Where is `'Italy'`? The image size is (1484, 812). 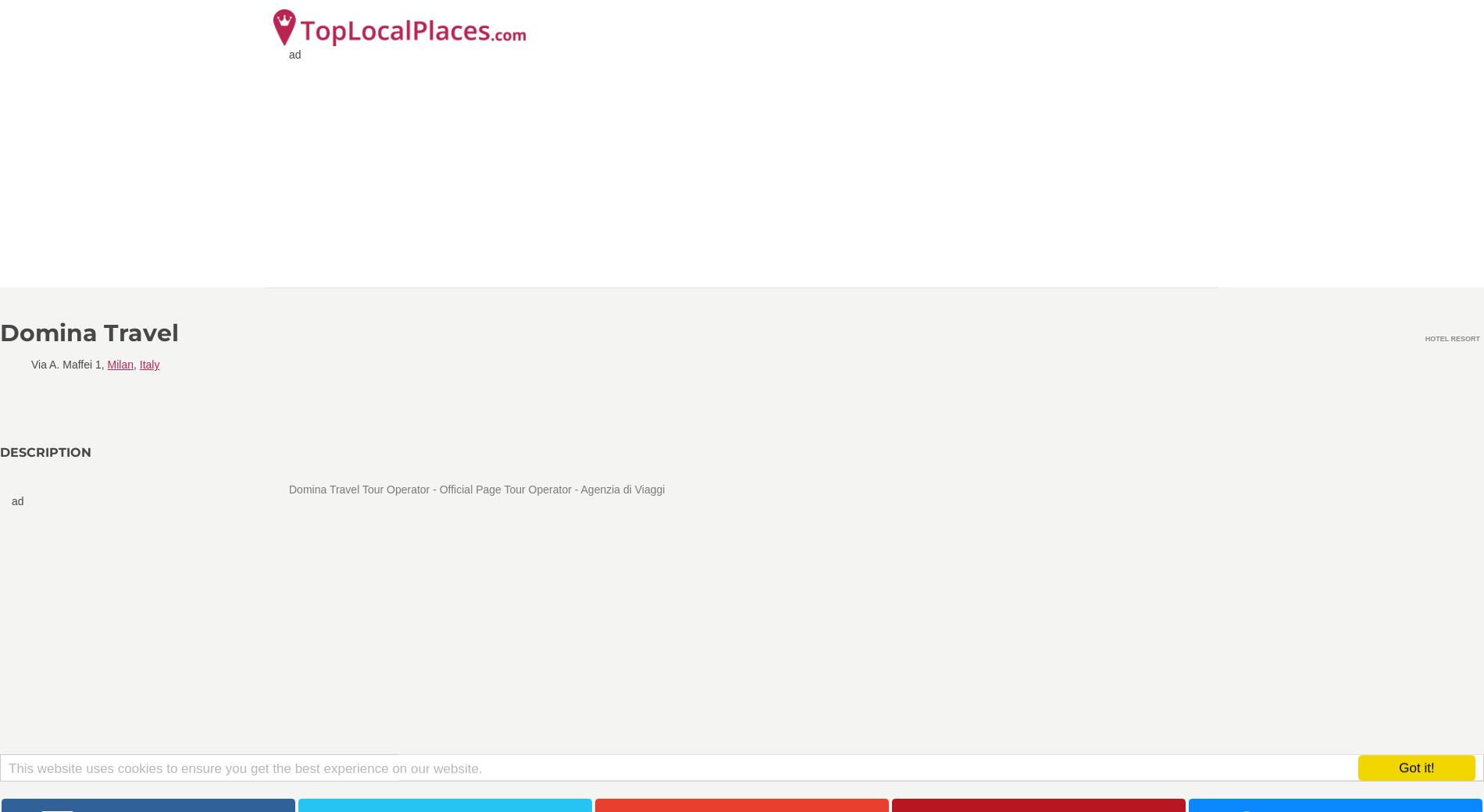
'Italy' is located at coordinates (148, 364).